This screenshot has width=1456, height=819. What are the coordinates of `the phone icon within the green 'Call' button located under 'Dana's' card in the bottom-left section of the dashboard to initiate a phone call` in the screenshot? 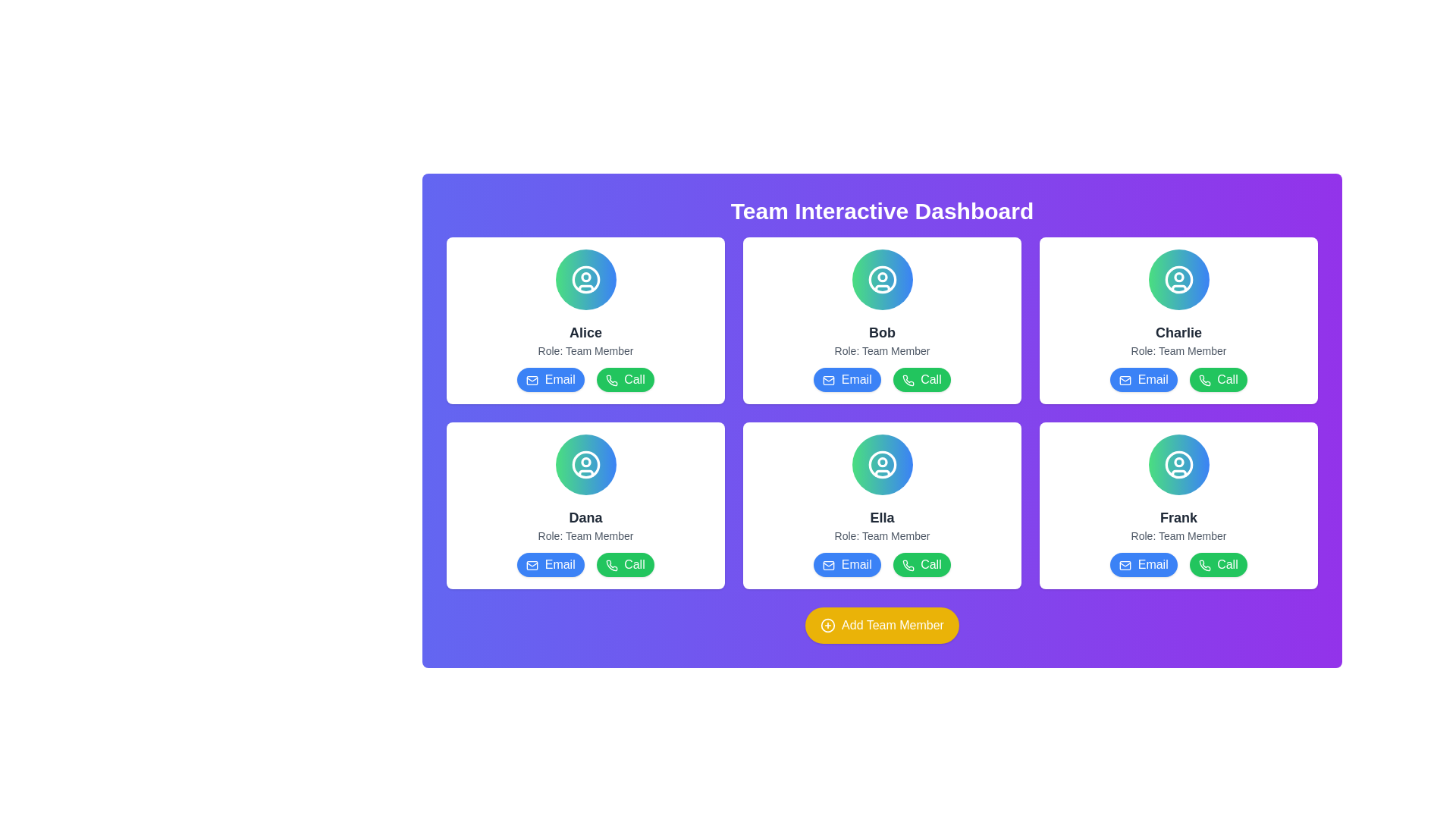 It's located at (611, 565).